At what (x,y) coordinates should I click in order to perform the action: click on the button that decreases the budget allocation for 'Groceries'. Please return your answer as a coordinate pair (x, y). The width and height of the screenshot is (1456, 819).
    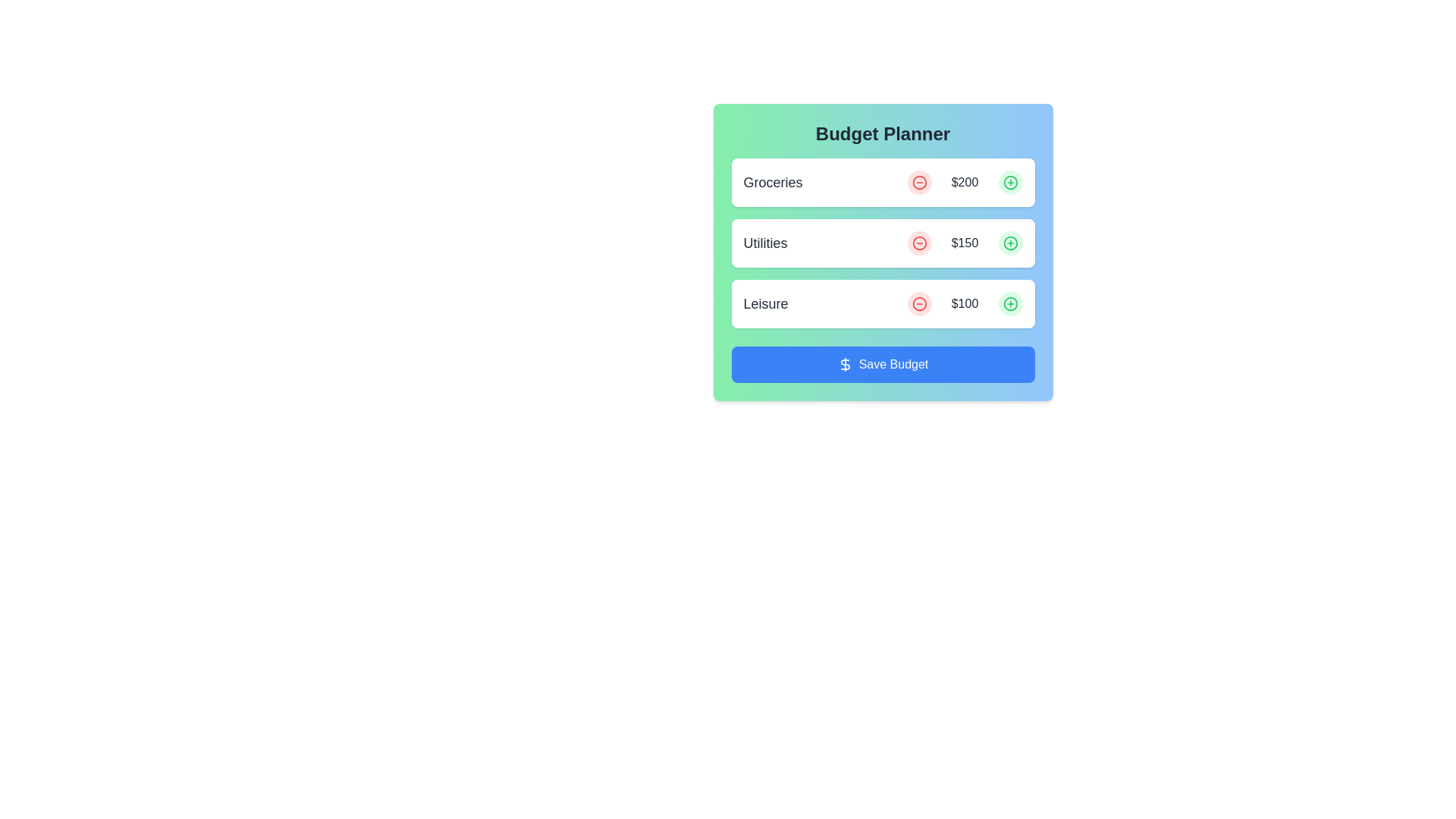
    Looking at the image, I should click on (918, 181).